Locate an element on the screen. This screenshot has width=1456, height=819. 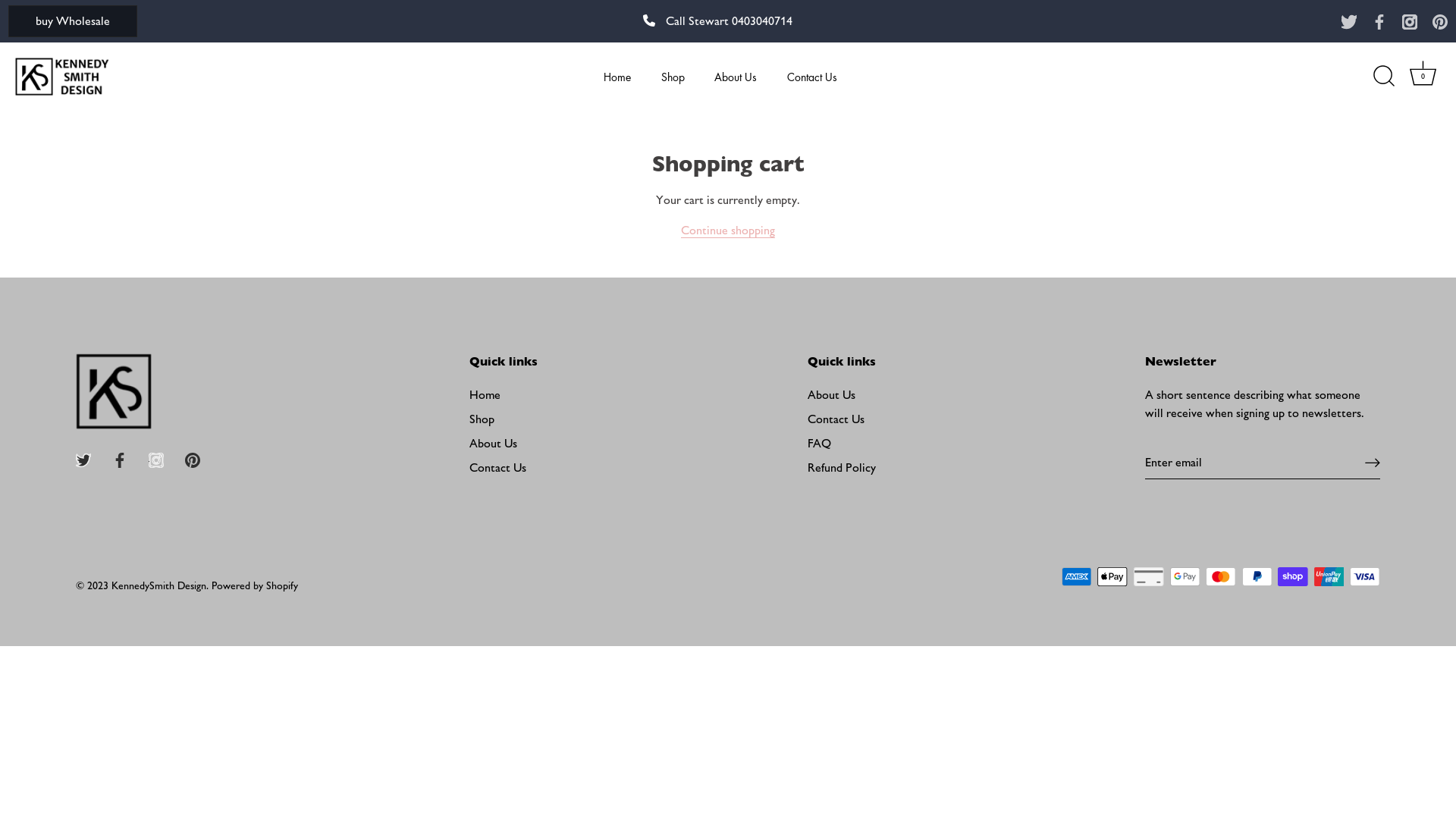
'Contact Us' is located at coordinates (811, 76).